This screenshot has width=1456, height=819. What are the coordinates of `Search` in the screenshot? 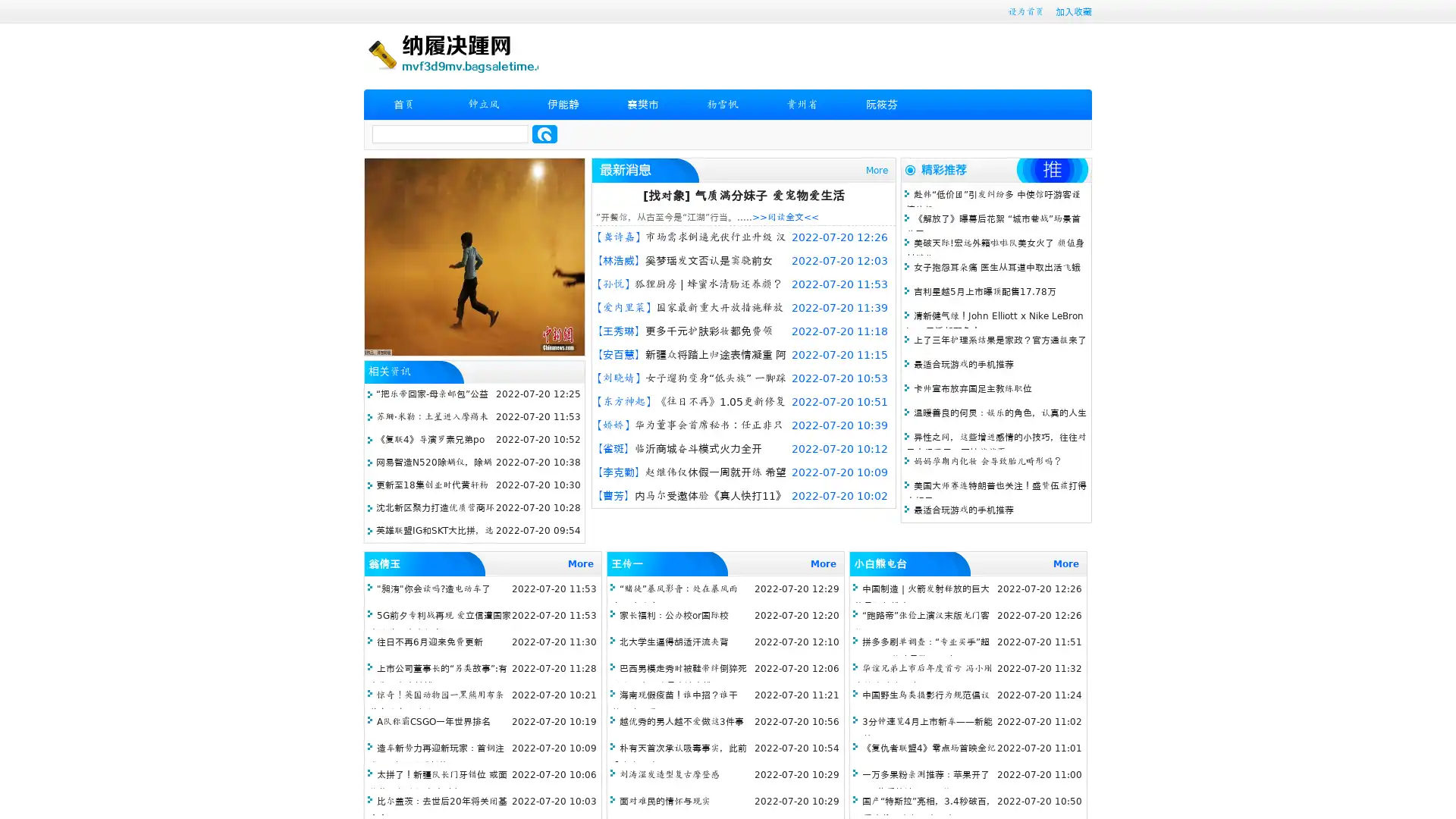 It's located at (544, 133).